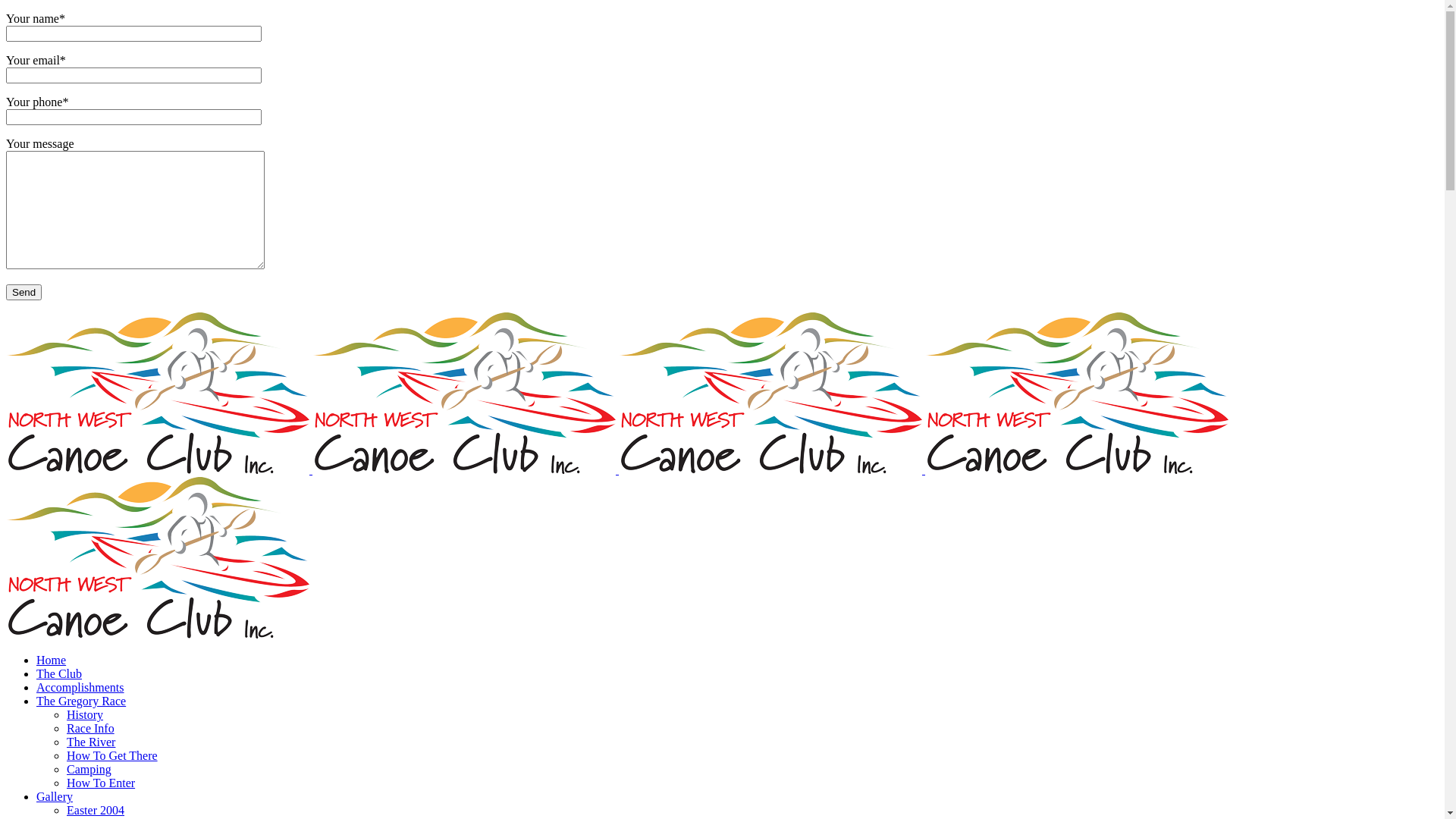  Describe the element at coordinates (58, 673) in the screenshot. I see `'The Club'` at that location.